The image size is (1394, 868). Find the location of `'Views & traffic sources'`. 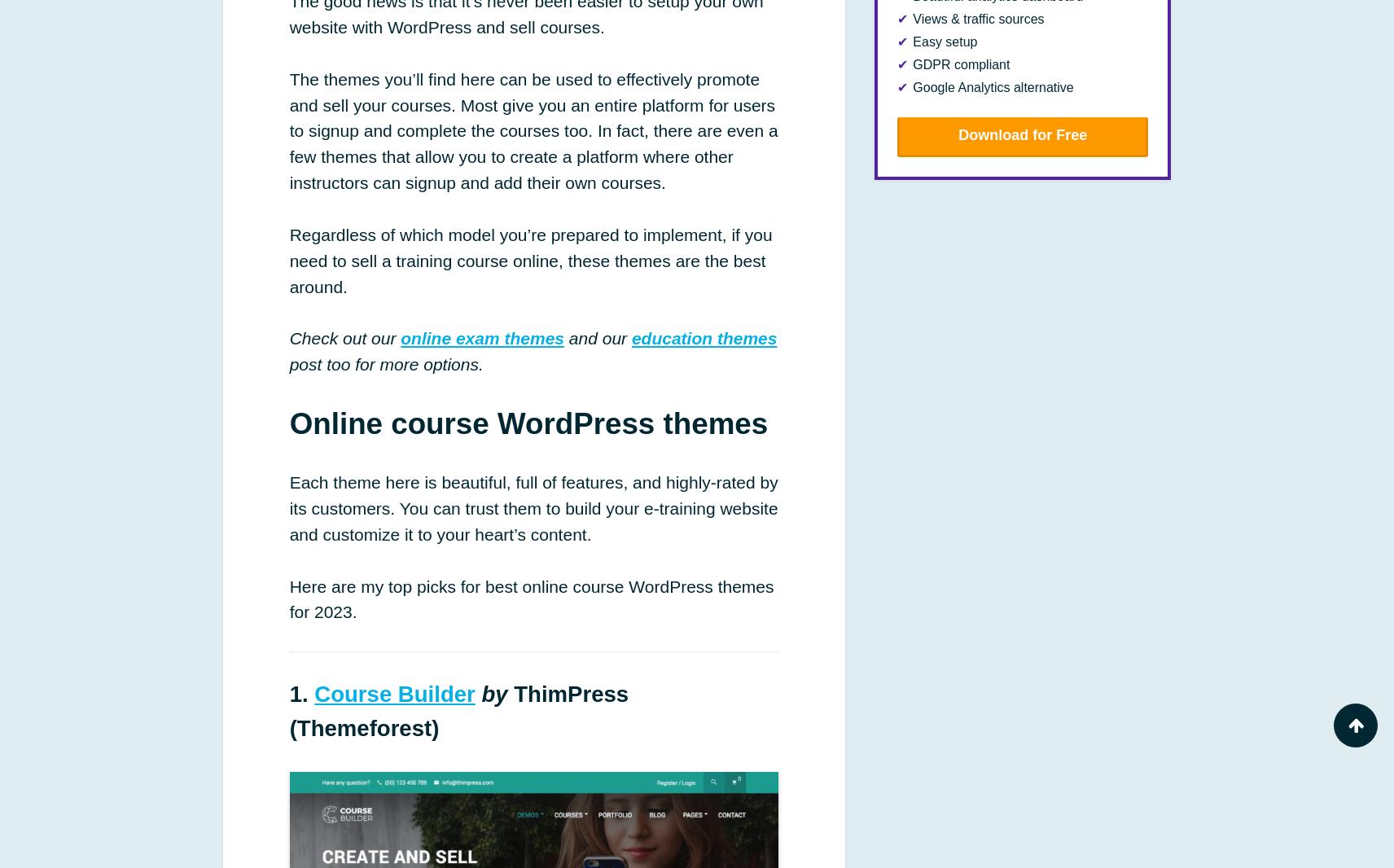

'Views & traffic sources' is located at coordinates (978, 17).